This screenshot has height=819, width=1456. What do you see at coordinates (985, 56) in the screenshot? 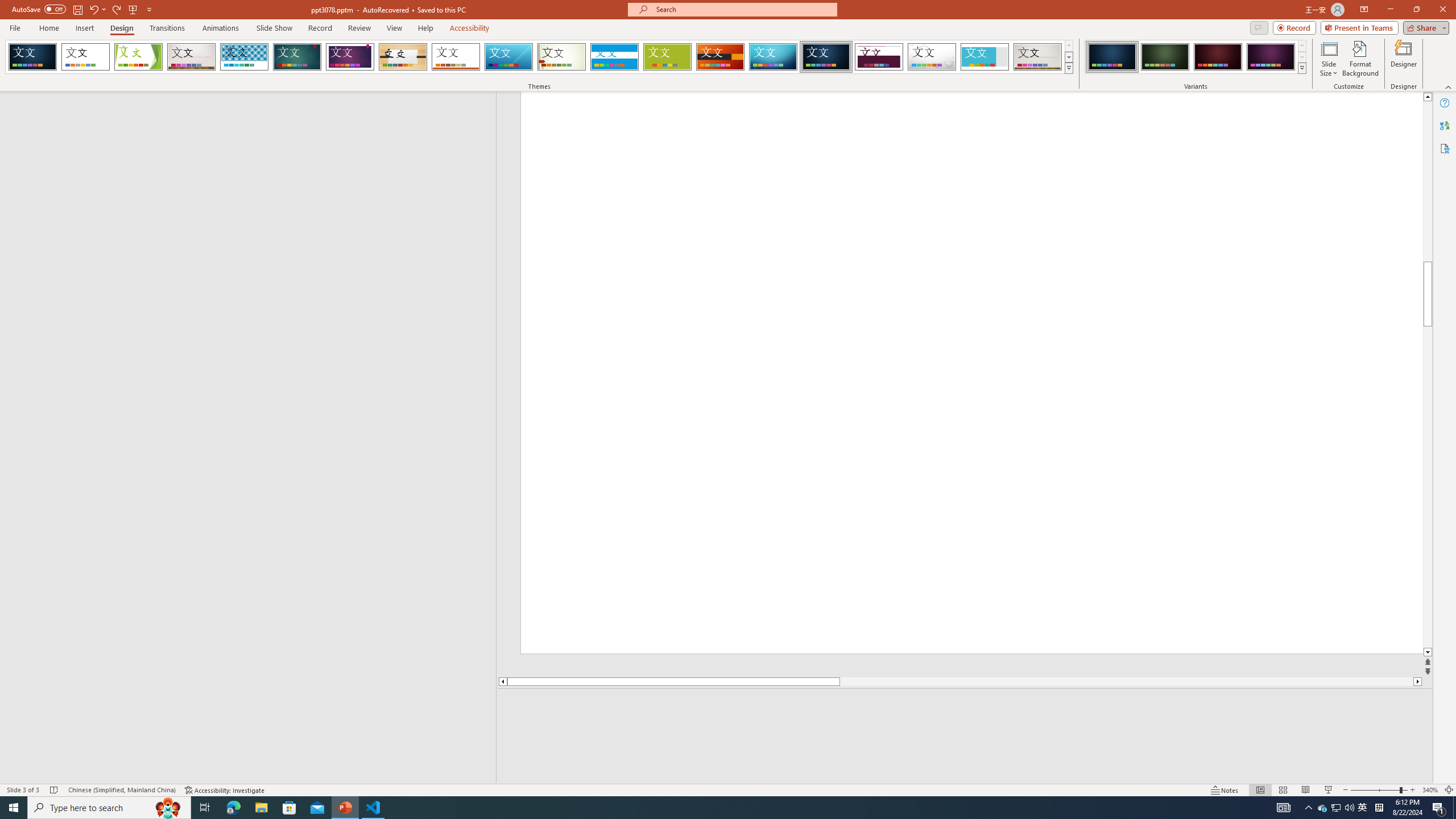
I see `'Frame'` at bounding box center [985, 56].